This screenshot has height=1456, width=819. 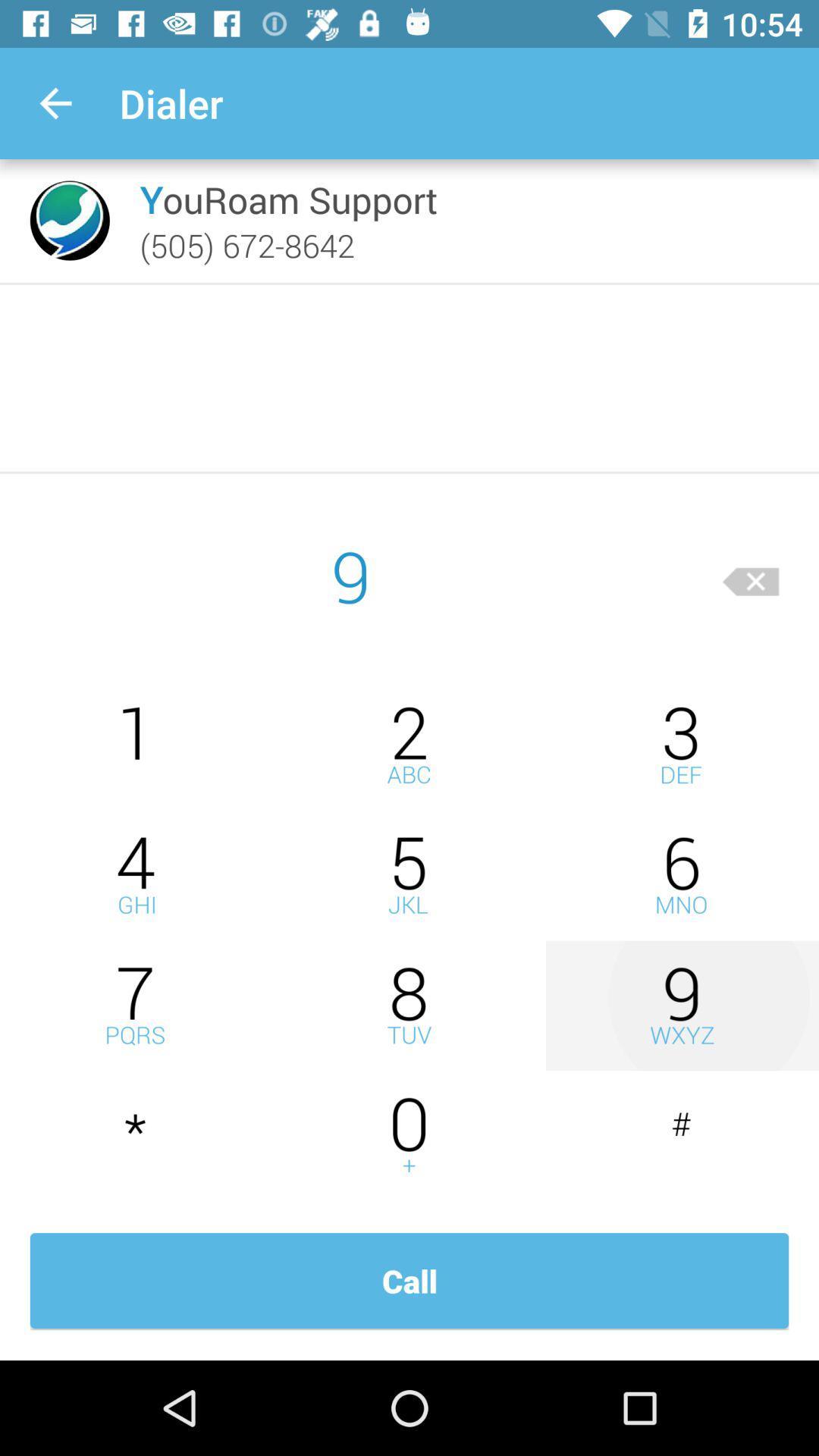 What do you see at coordinates (70, 220) in the screenshot?
I see `item to the left of youroam support` at bounding box center [70, 220].